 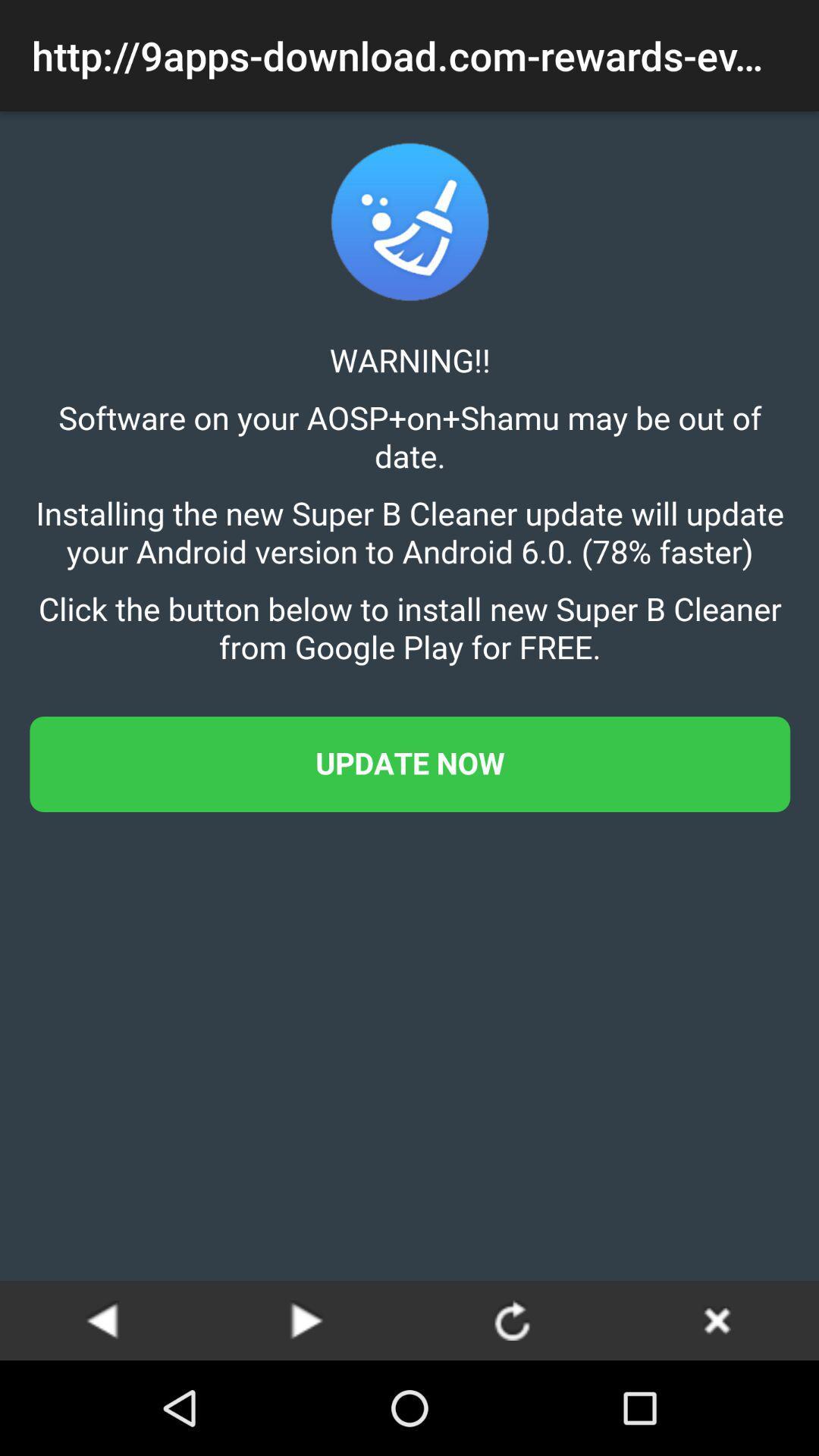 What do you see at coordinates (512, 1319) in the screenshot?
I see `click arrow button` at bounding box center [512, 1319].